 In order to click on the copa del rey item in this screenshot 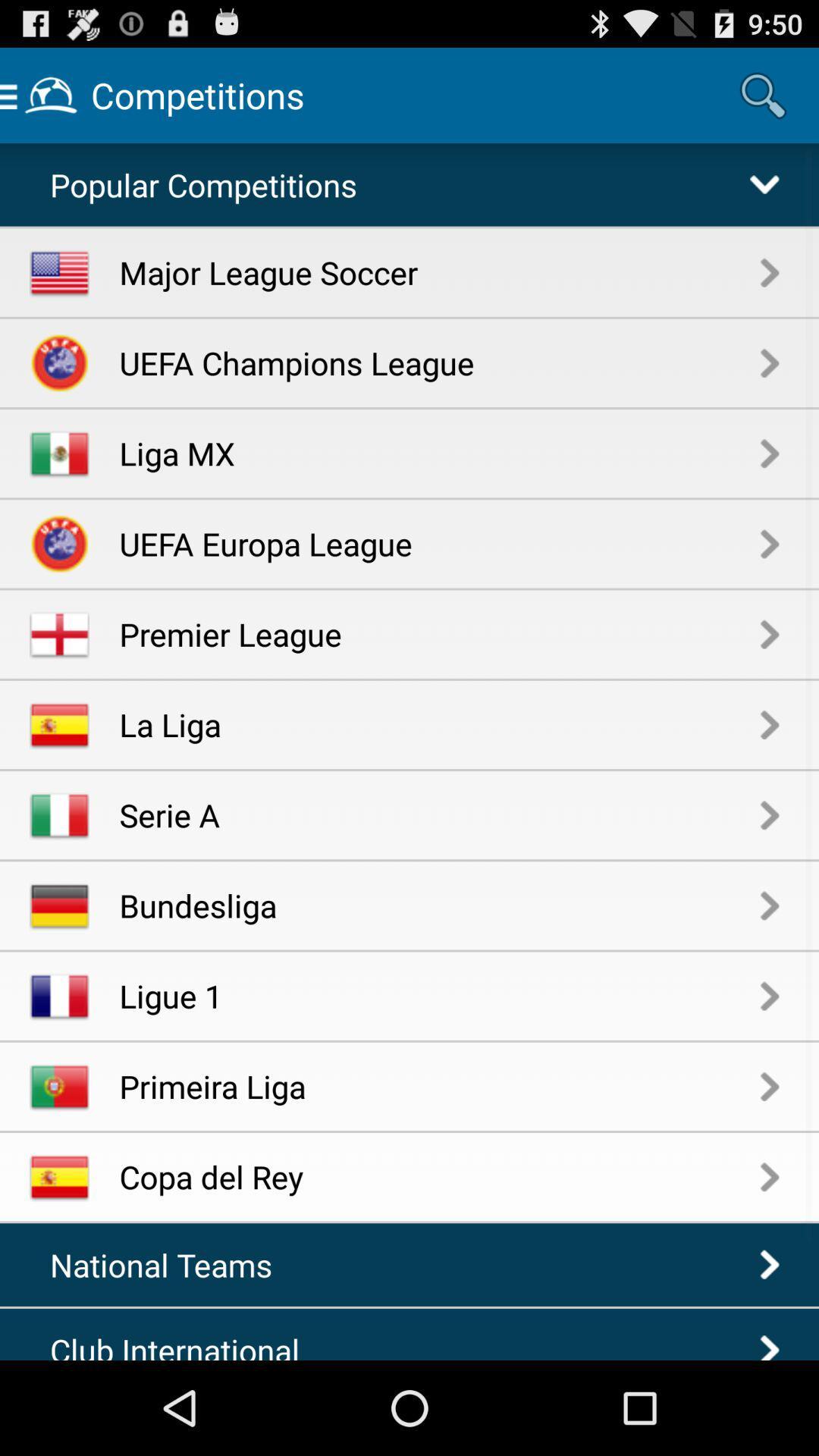, I will do `click(440, 1175)`.